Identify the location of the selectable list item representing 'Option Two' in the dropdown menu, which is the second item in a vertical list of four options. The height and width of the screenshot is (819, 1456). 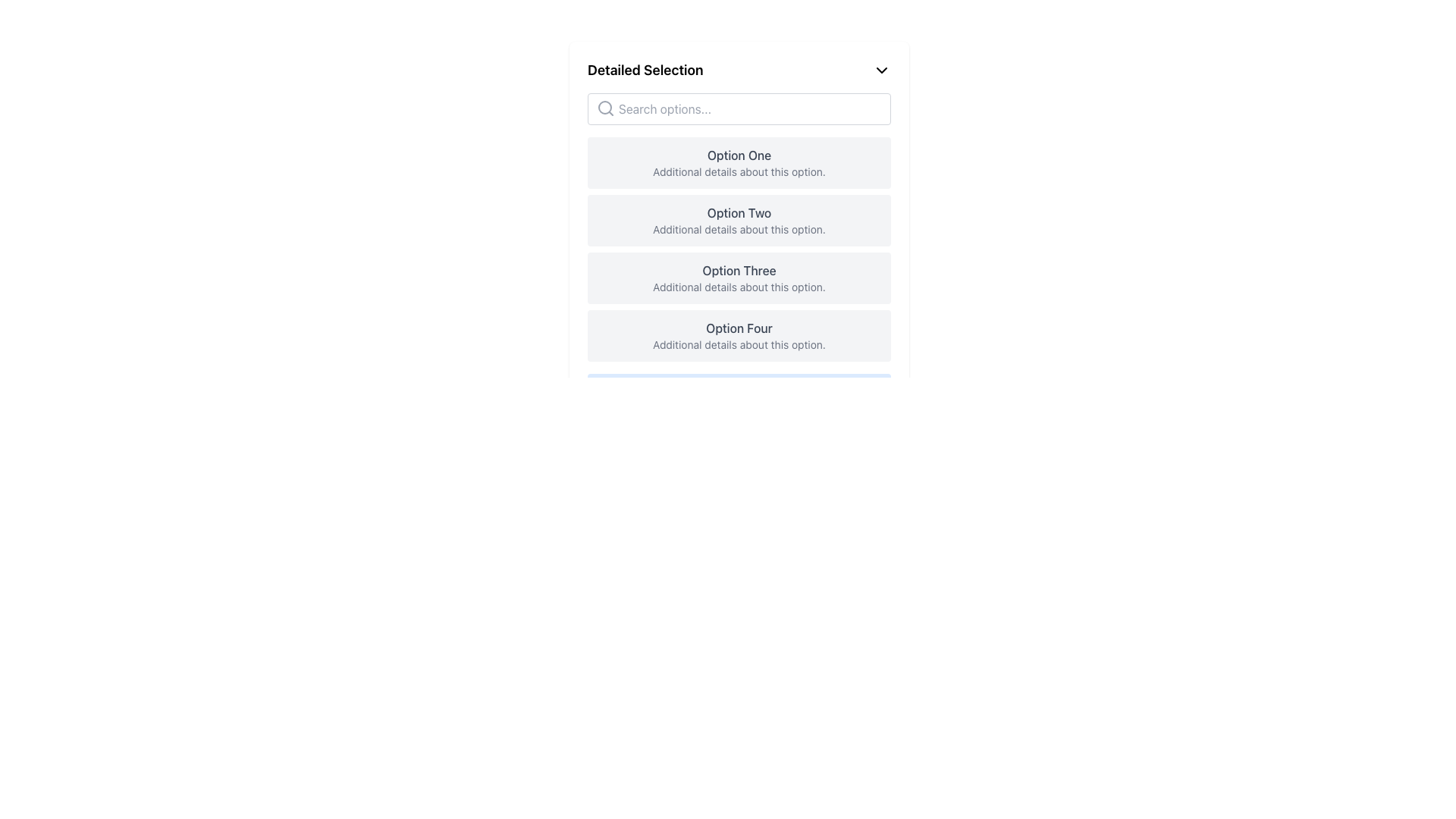
(739, 220).